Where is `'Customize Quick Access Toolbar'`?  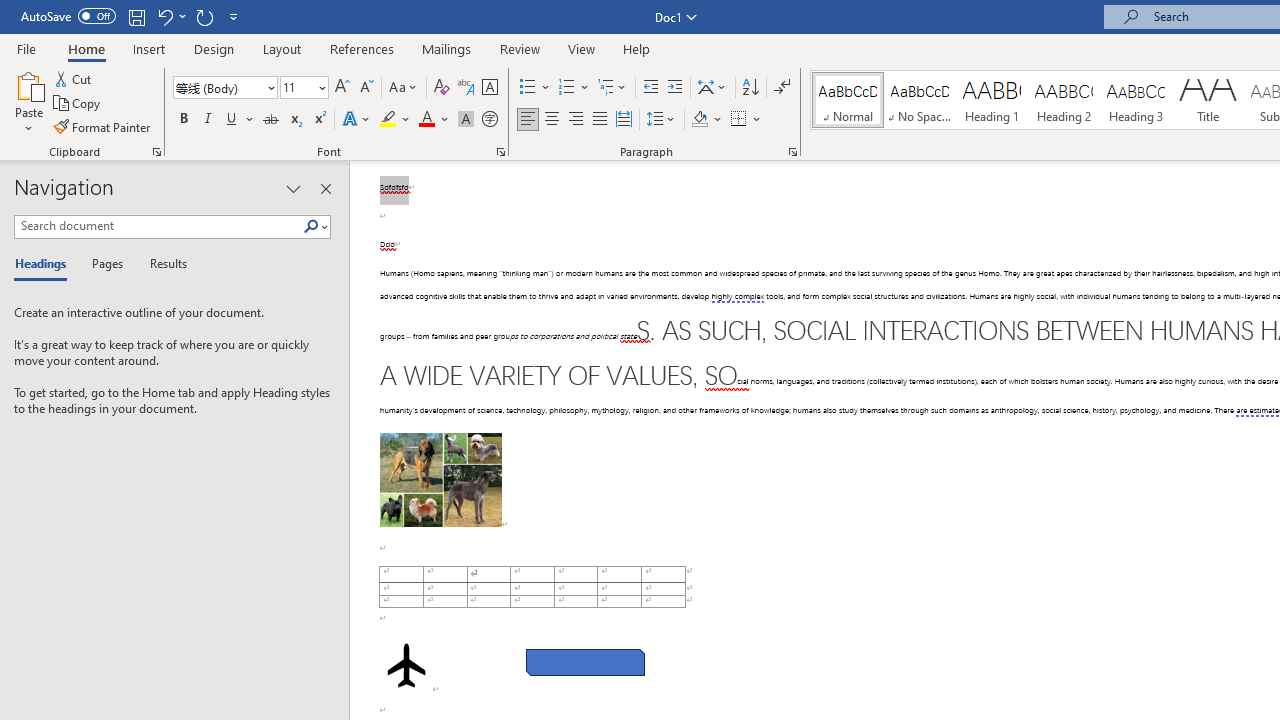 'Customize Quick Access Toolbar' is located at coordinates (234, 16).